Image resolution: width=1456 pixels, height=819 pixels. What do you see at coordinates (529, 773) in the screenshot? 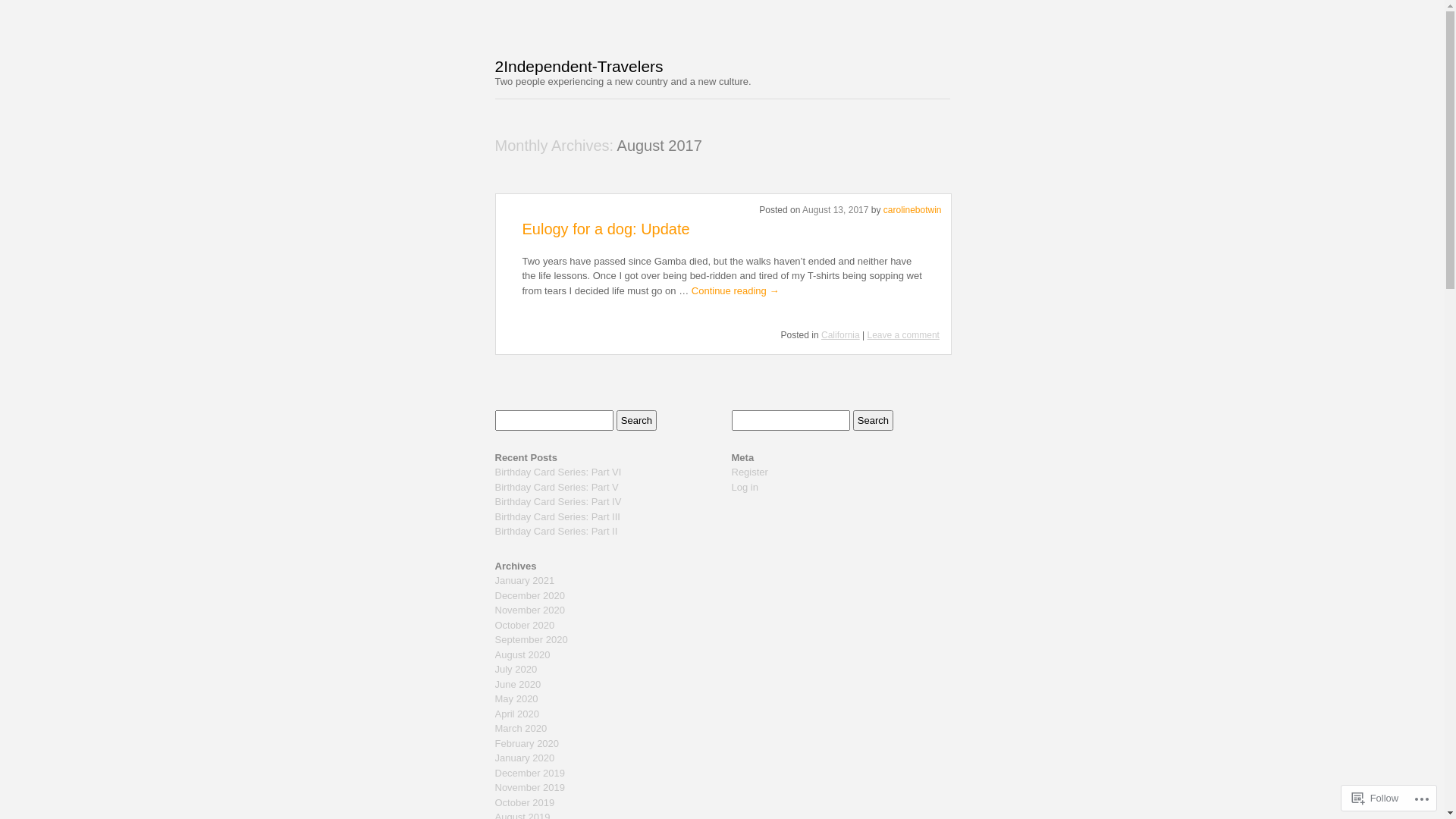
I see `'December 2019'` at bounding box center [529, 773].